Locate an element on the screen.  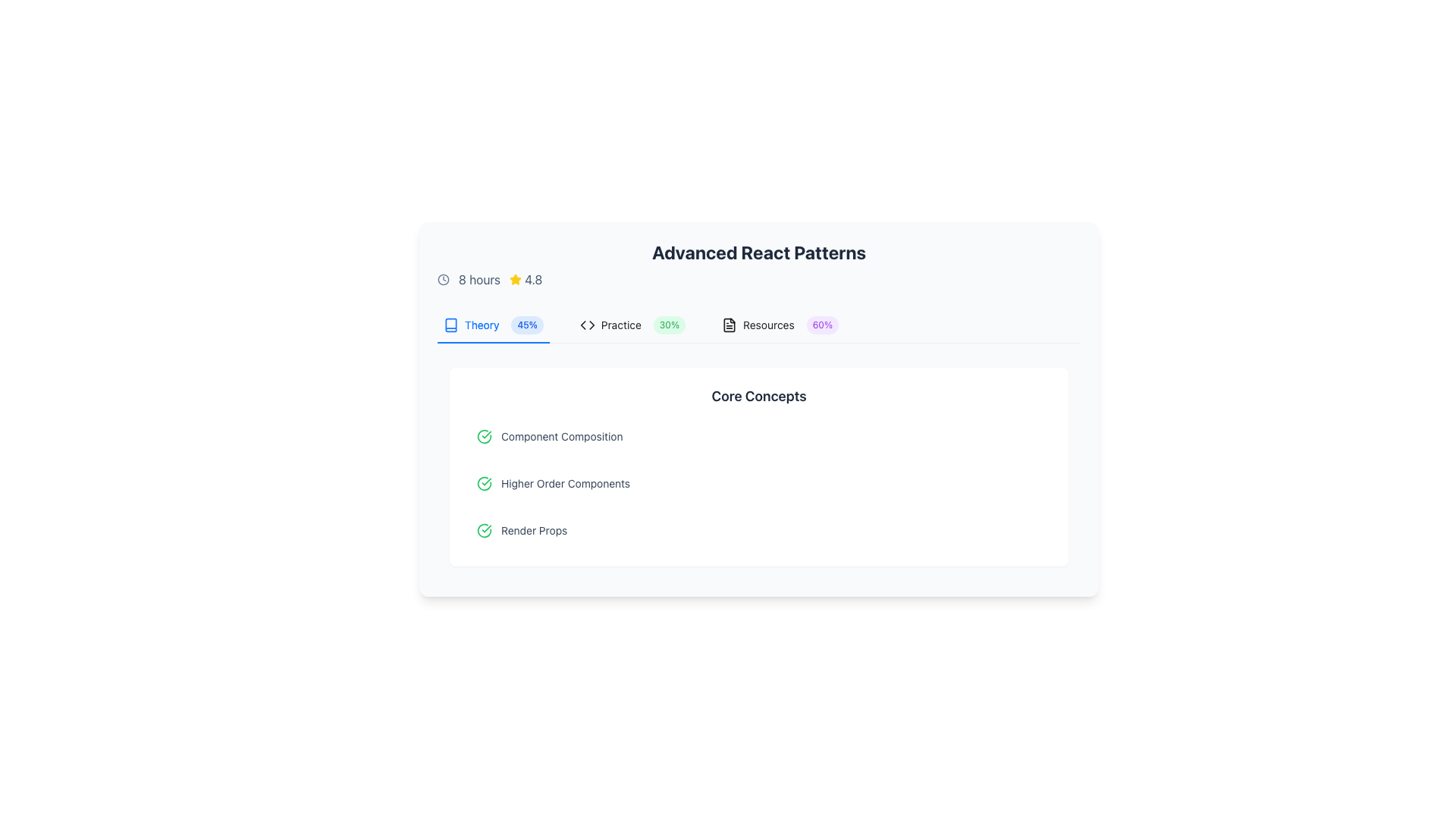
the circular green check icon located to the left of the 'Higher Order Components' text label in the 'Core Concepts' section is located at coordinates (483, 483).